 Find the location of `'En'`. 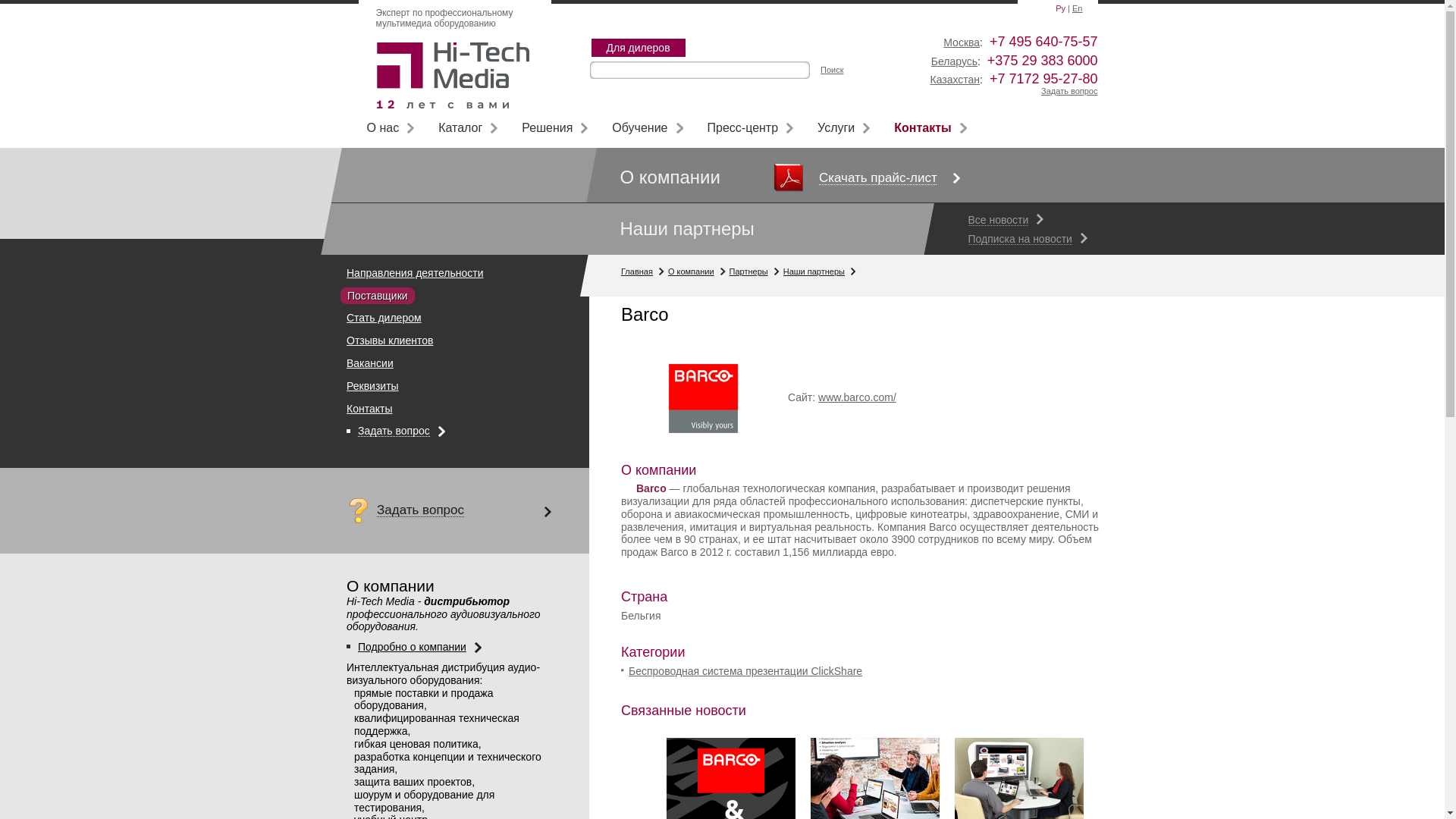

'En' is located at coordinates (1072, 8).